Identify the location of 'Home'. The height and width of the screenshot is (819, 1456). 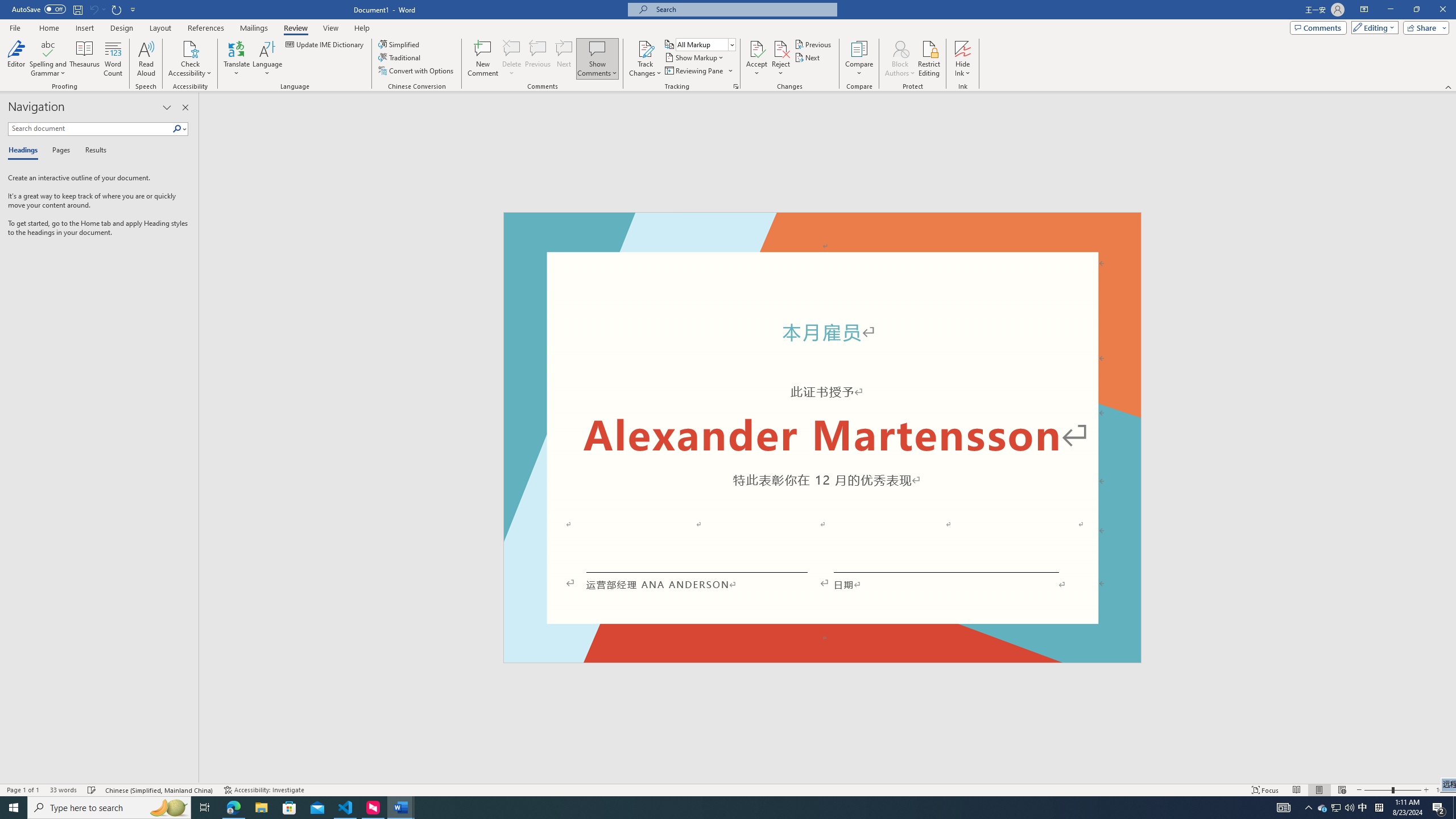
(48, 28).